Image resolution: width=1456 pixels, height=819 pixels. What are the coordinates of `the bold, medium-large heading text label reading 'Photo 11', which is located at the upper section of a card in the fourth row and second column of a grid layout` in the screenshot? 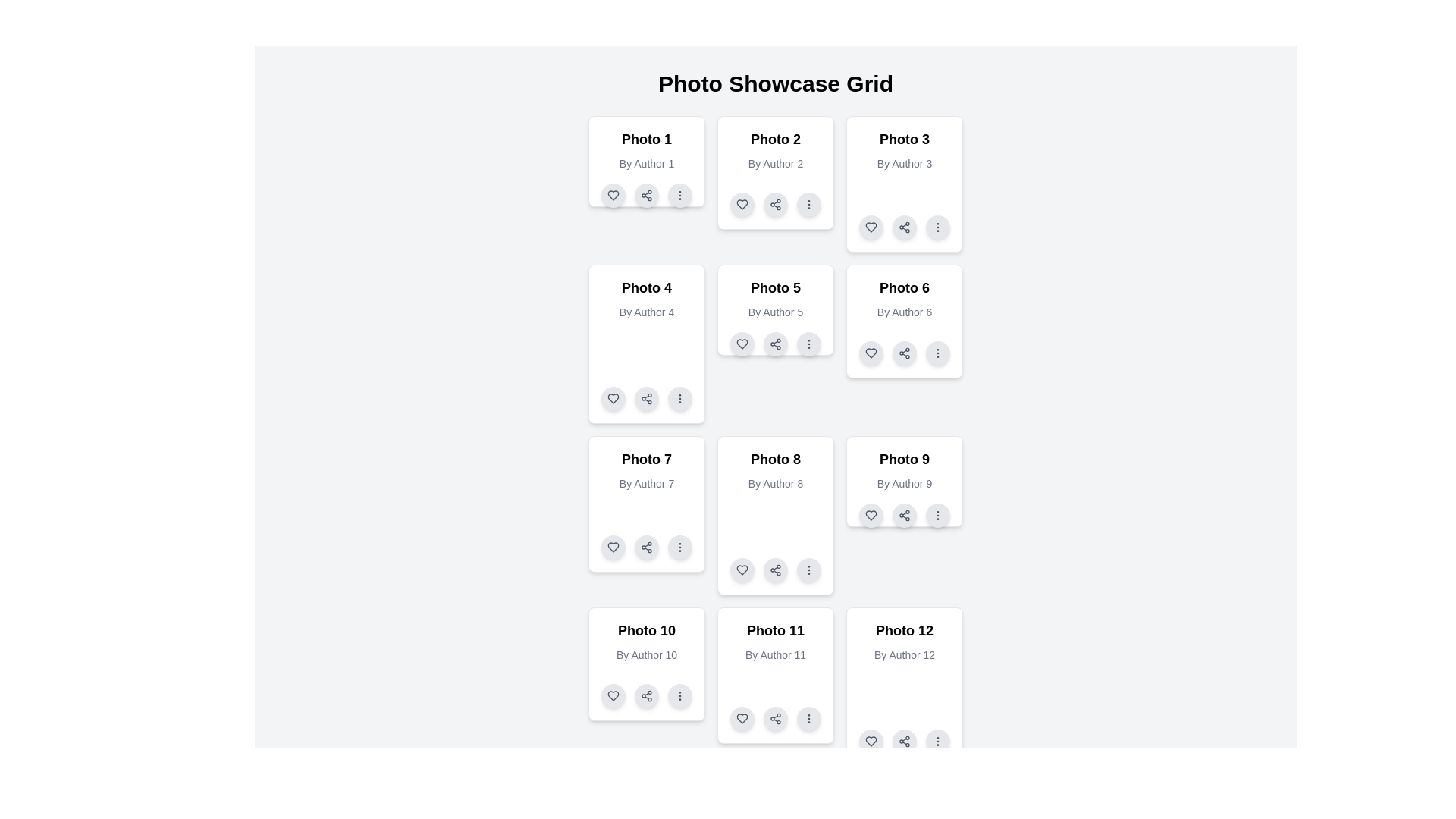 It's located at (775, 631).